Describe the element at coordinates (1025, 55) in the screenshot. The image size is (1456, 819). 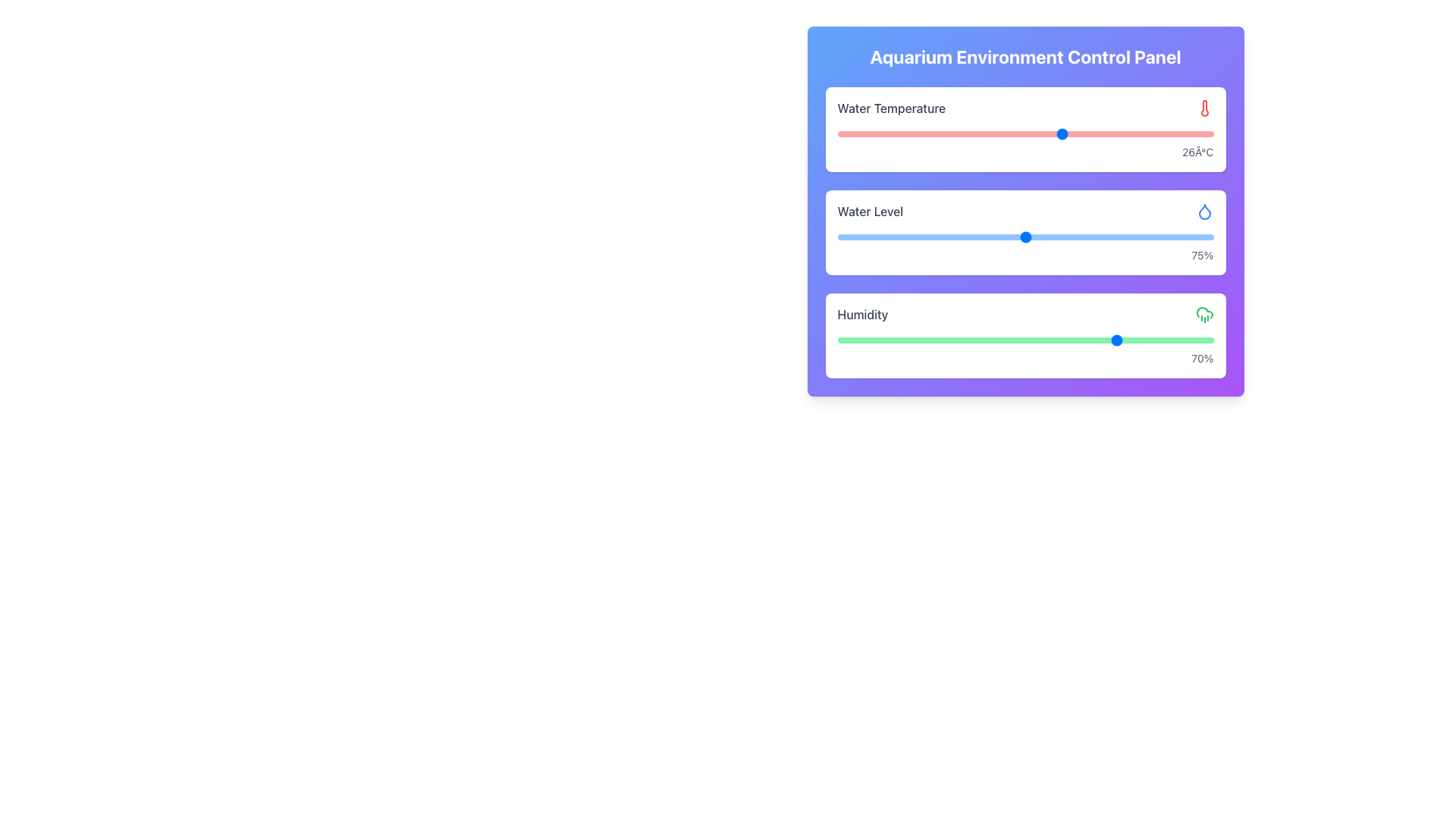
I see `the static text element that serves as the title of the aquarium management control panel, located at the top of the rounded gradient-colored panel` at that location.